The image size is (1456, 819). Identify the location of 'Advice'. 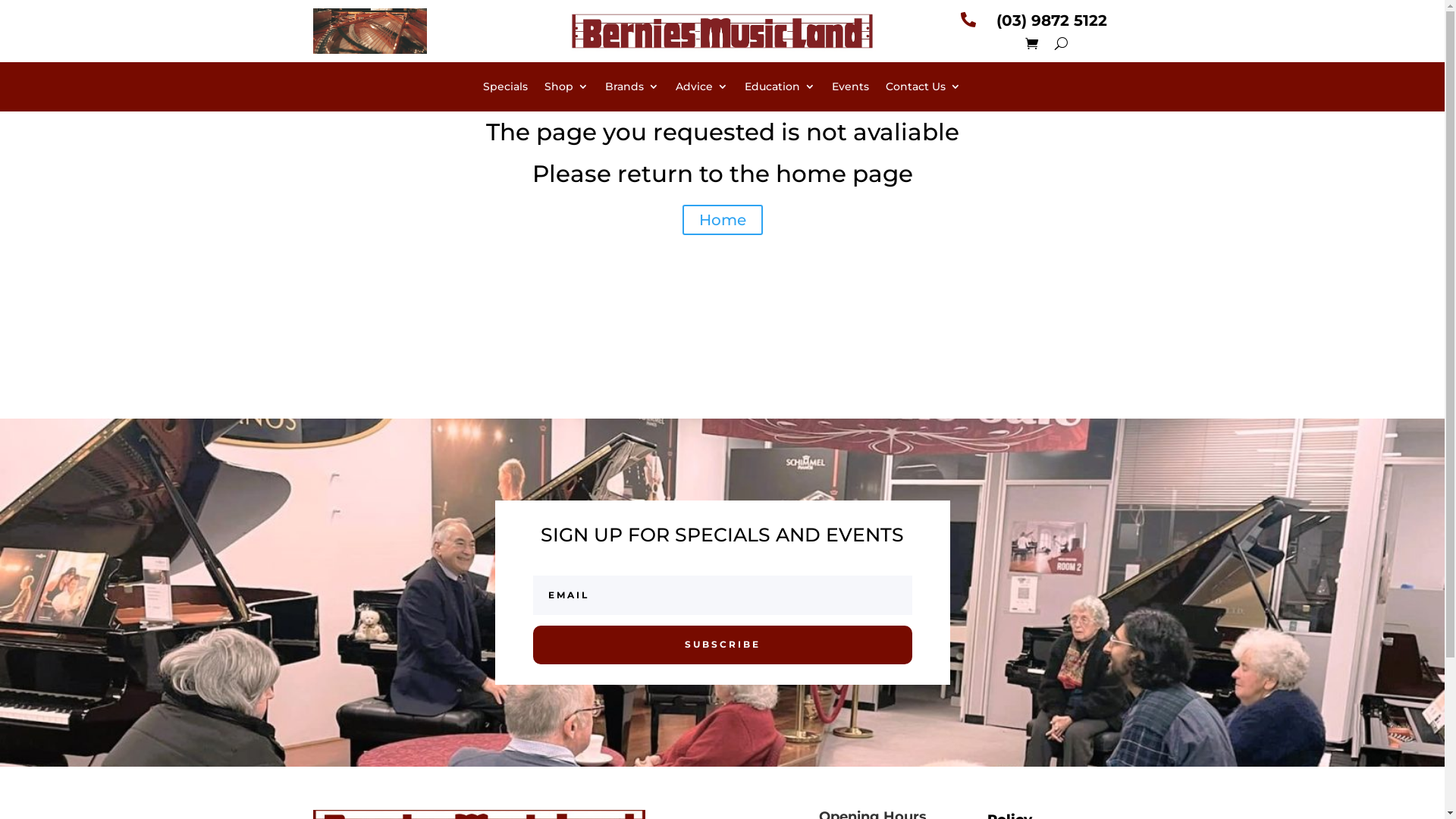
(675, 89).